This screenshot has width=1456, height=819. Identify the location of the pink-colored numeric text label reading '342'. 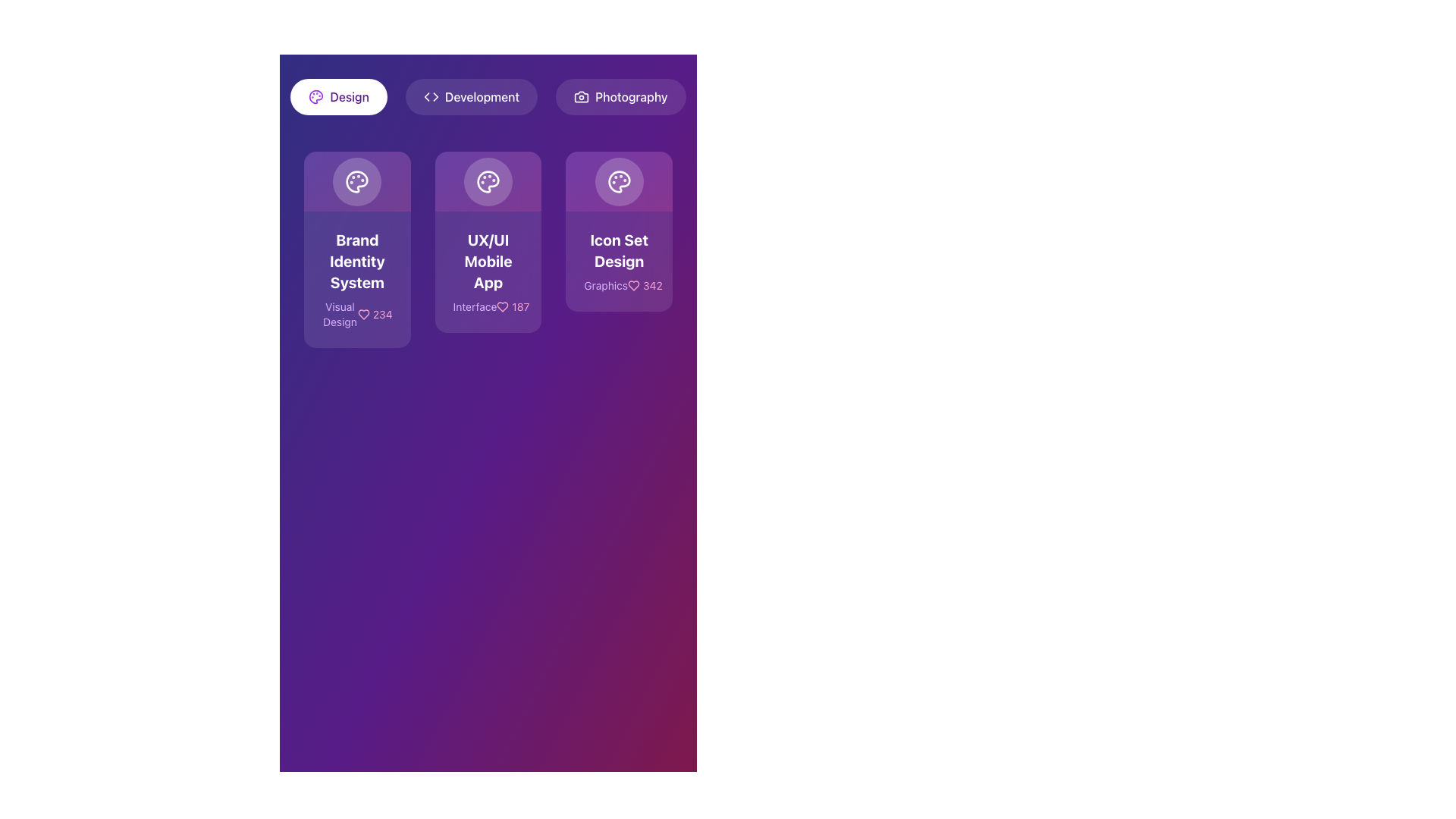
(652, 286).